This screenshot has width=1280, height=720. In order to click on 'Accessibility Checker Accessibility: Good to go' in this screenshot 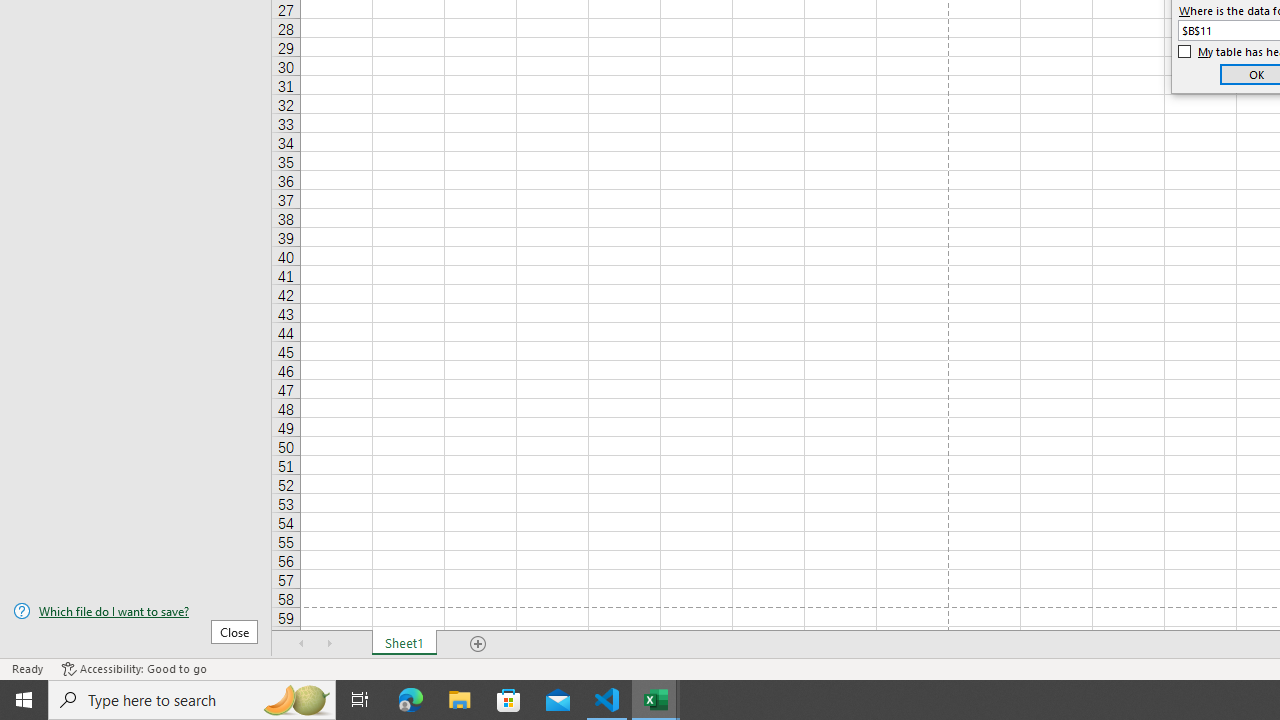, I will do `click(133, 669)`.